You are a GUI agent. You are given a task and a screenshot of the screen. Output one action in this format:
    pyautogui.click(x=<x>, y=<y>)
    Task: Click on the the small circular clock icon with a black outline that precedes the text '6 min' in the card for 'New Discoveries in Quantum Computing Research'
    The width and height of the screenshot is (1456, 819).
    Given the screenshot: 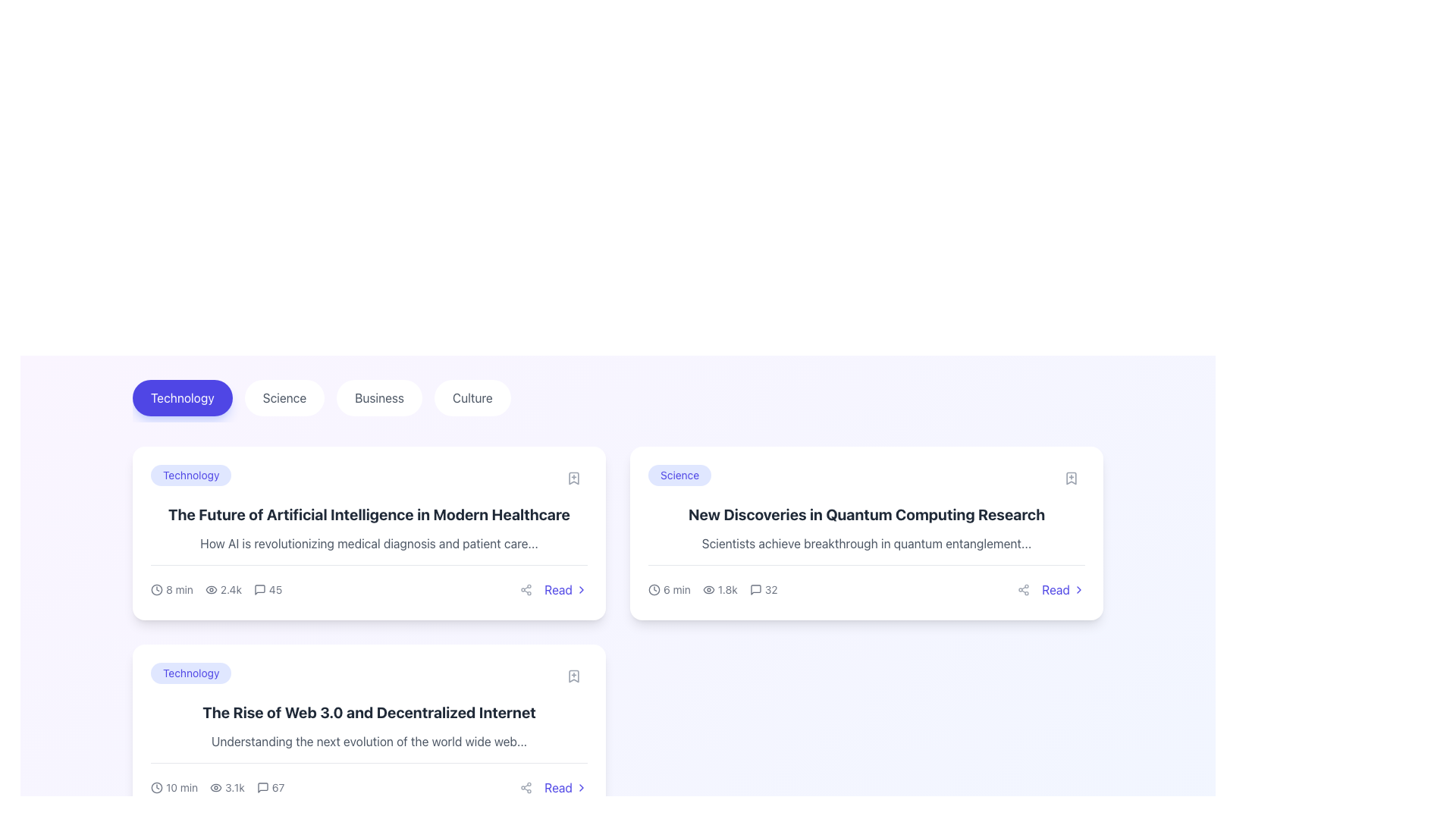 What is the action you would take?
    pyautogui.click(x=654, y=589)
    